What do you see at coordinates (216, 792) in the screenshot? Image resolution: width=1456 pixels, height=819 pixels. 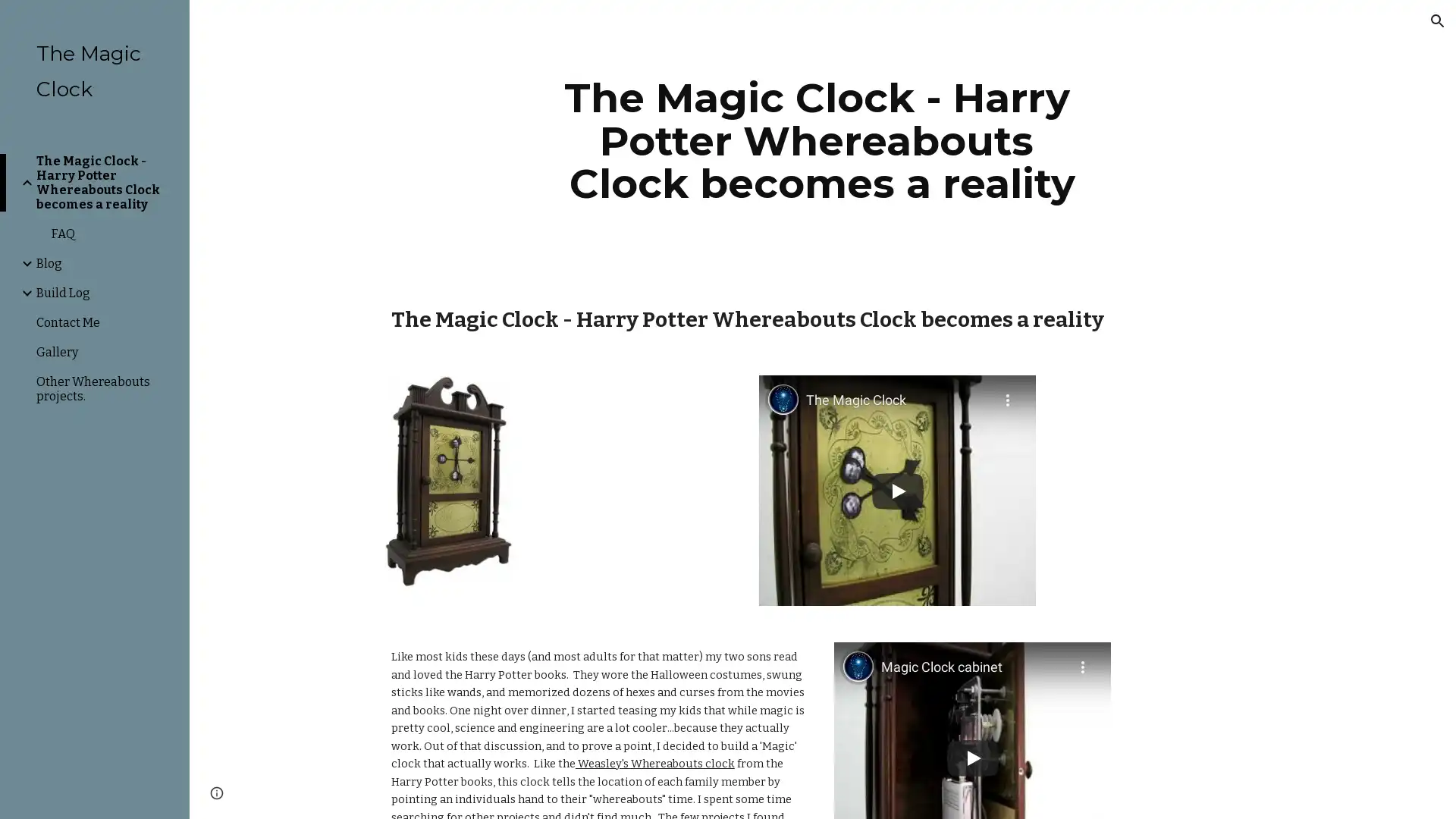 I see `Site actions` at bounding box center [216, 792].